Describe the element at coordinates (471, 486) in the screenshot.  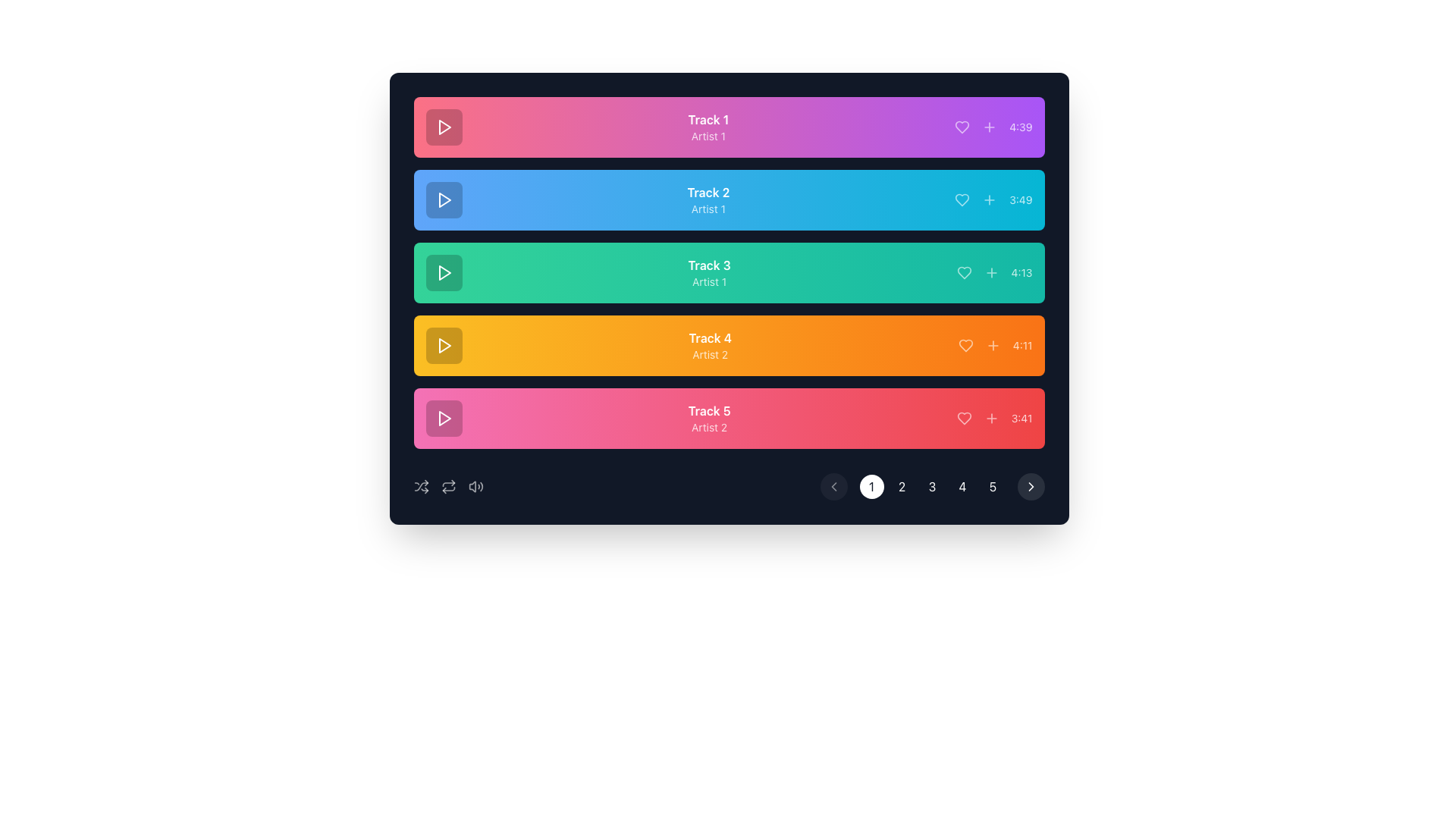
I see `the volume adjustment icon located in the bottom control bar of the audio player interface` at that location.